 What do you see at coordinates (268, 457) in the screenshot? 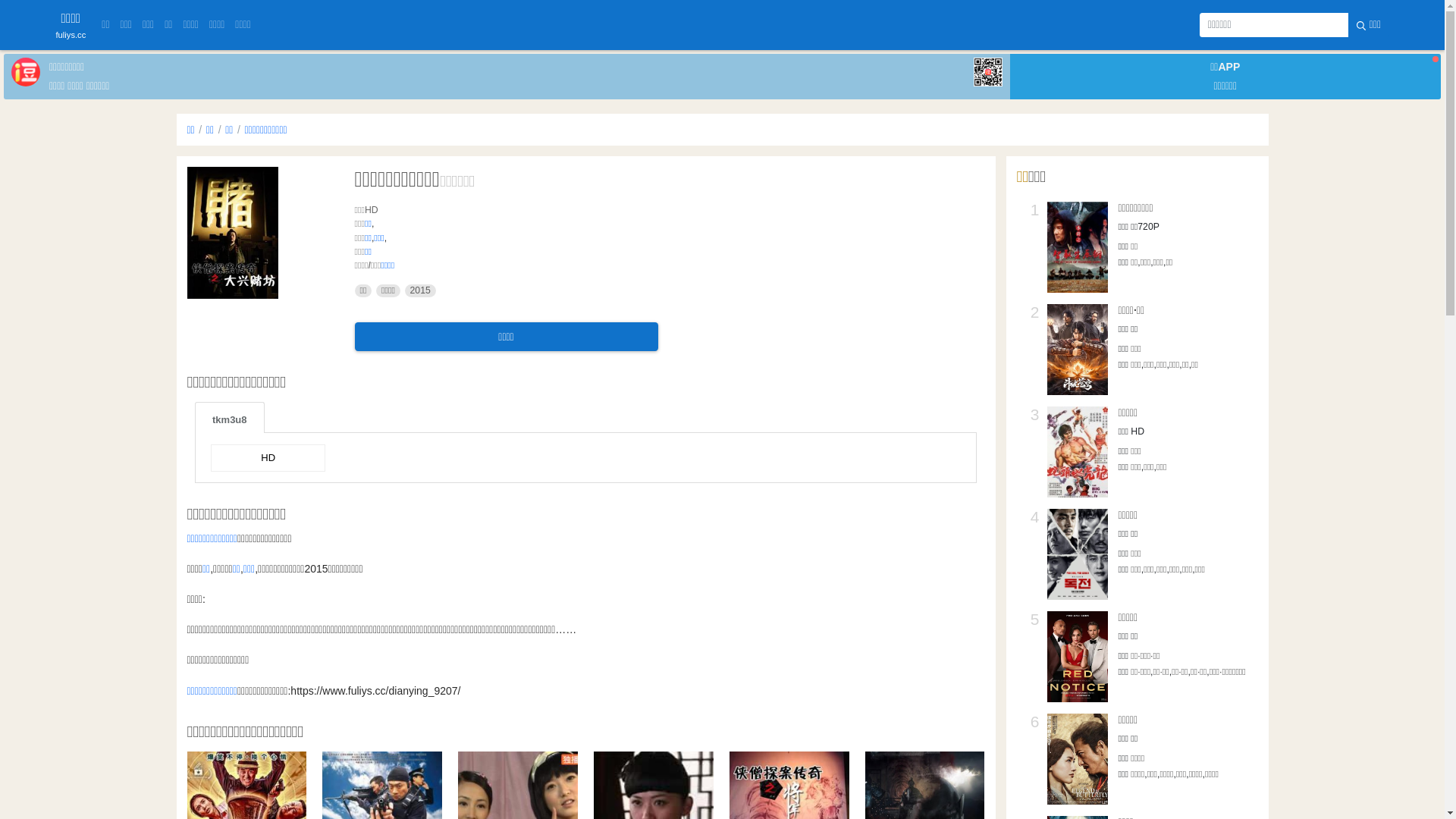
I see `'HD'` at bounding box center [268, 457].